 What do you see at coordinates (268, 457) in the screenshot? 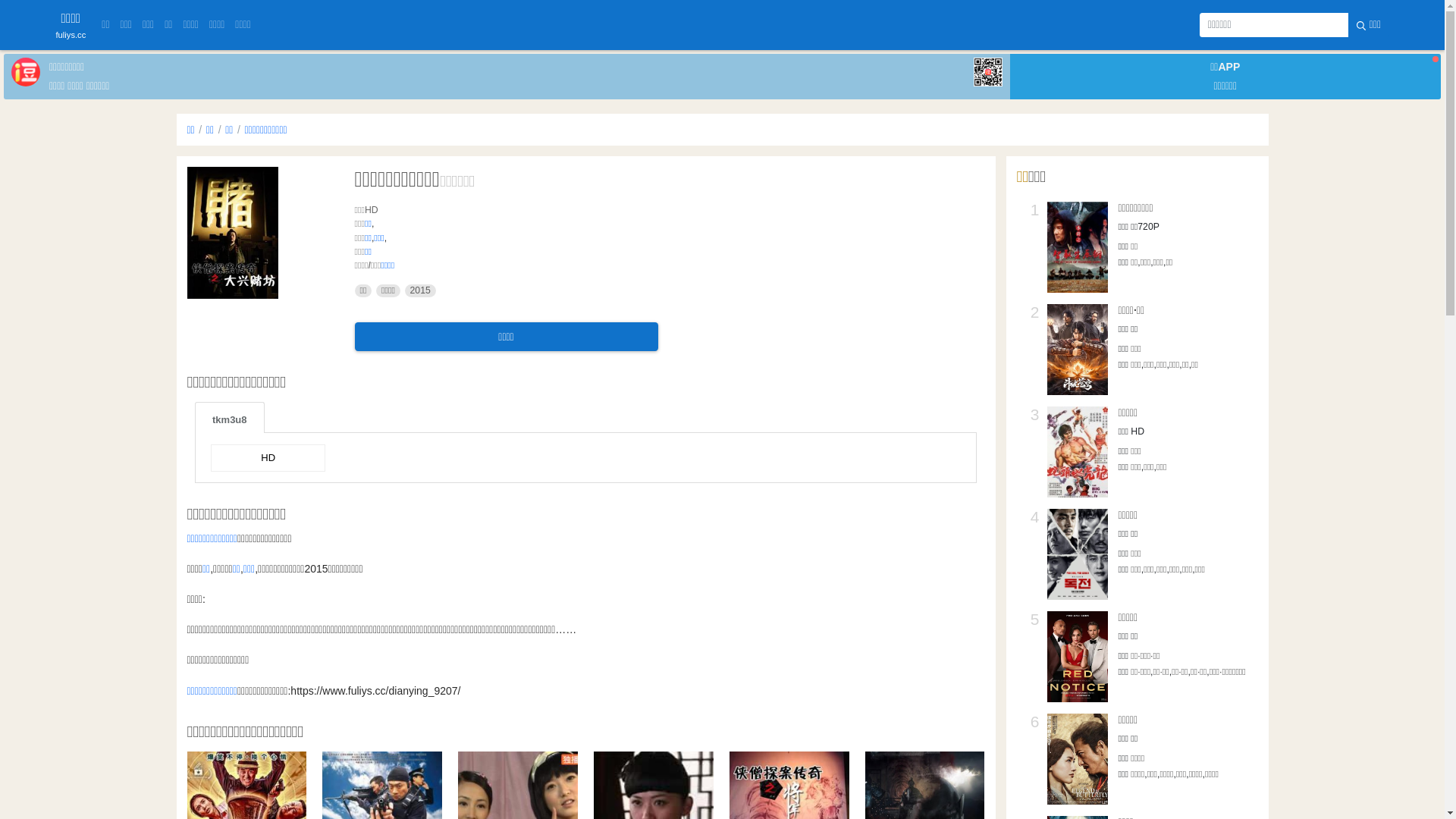
I see `'HD'` at bounding box center [268, 457].